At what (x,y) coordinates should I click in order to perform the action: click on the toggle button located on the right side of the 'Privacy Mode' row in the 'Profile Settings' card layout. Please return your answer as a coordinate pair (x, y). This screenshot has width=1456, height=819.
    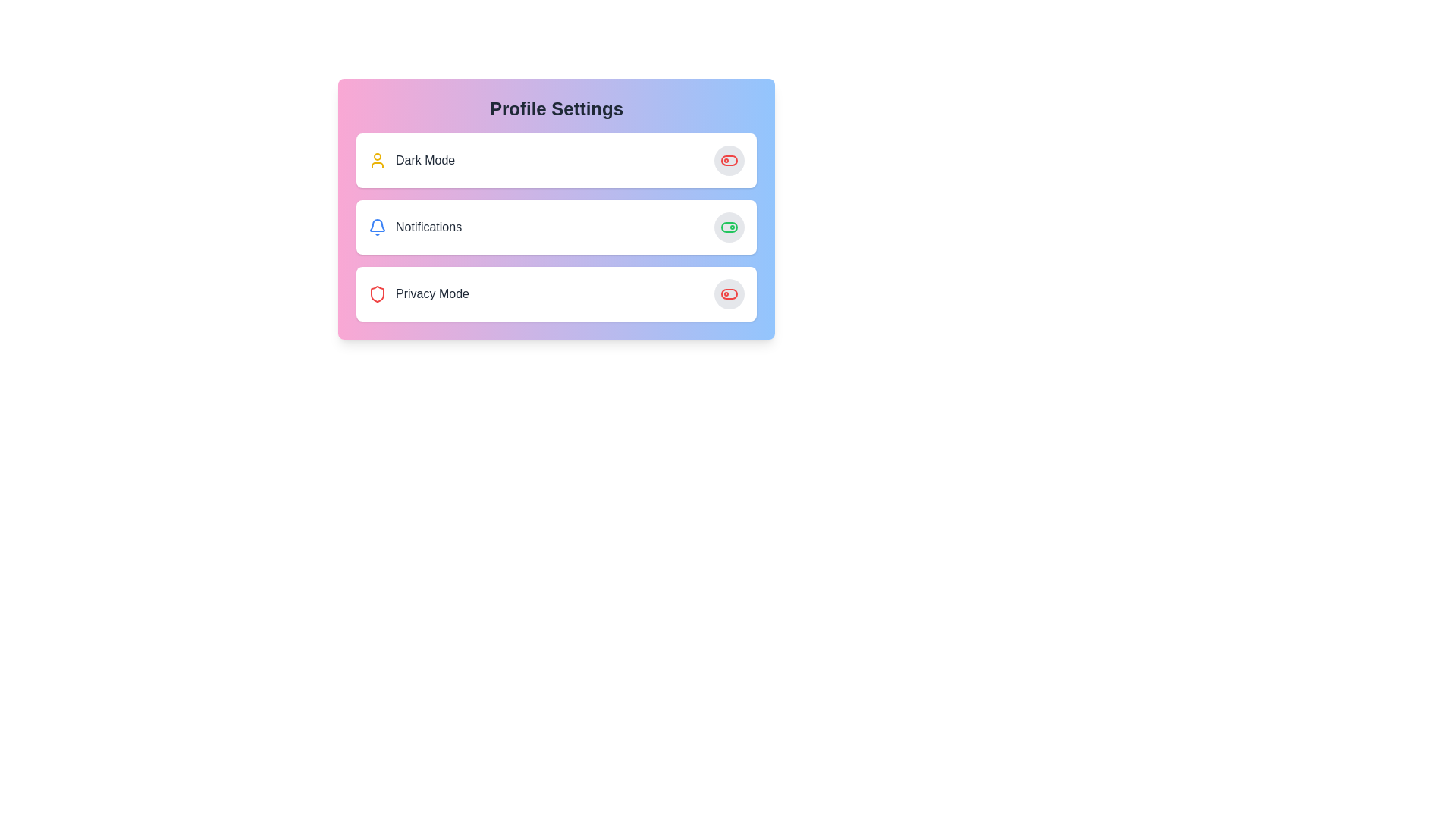
    Looking at the image, I should click on (729, 294).